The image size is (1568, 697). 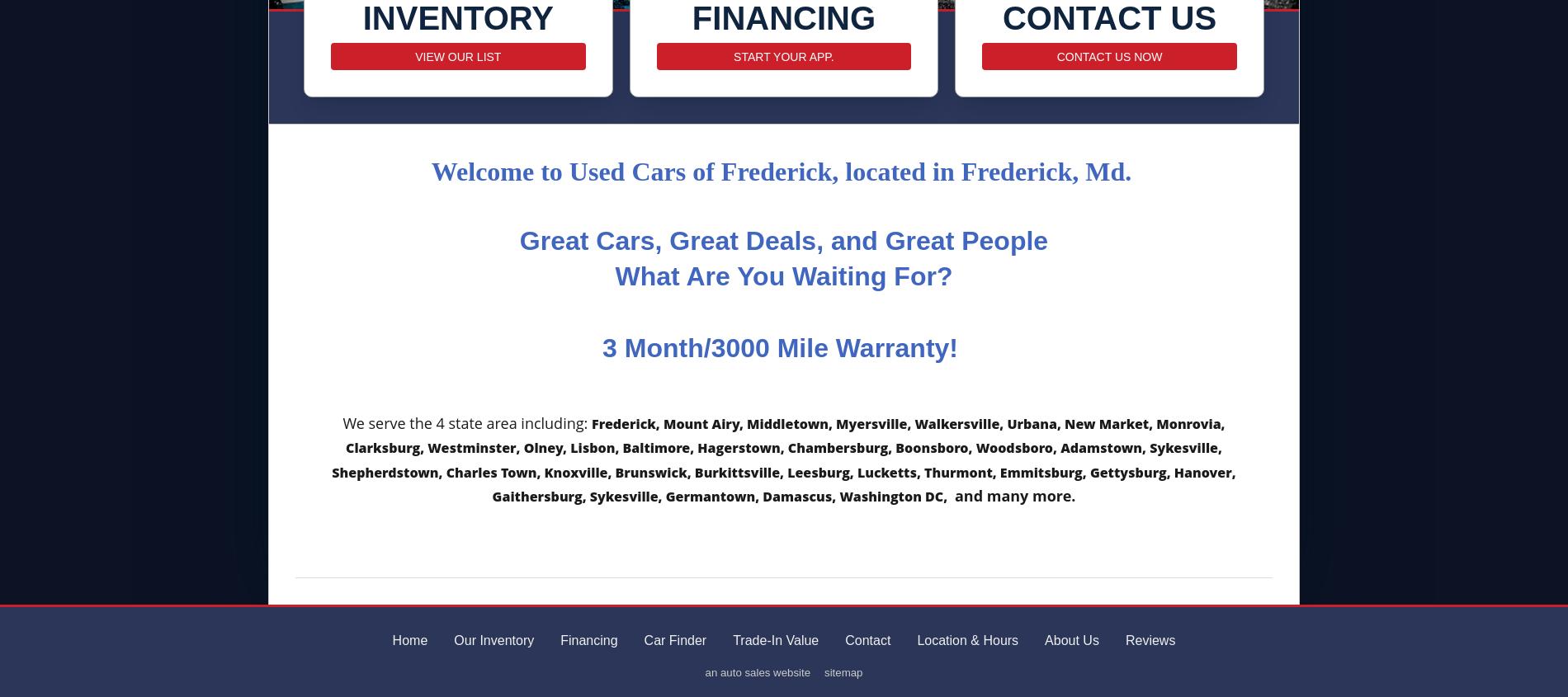 I want to click on 'Contact Us', so click(x=1108, y=16).